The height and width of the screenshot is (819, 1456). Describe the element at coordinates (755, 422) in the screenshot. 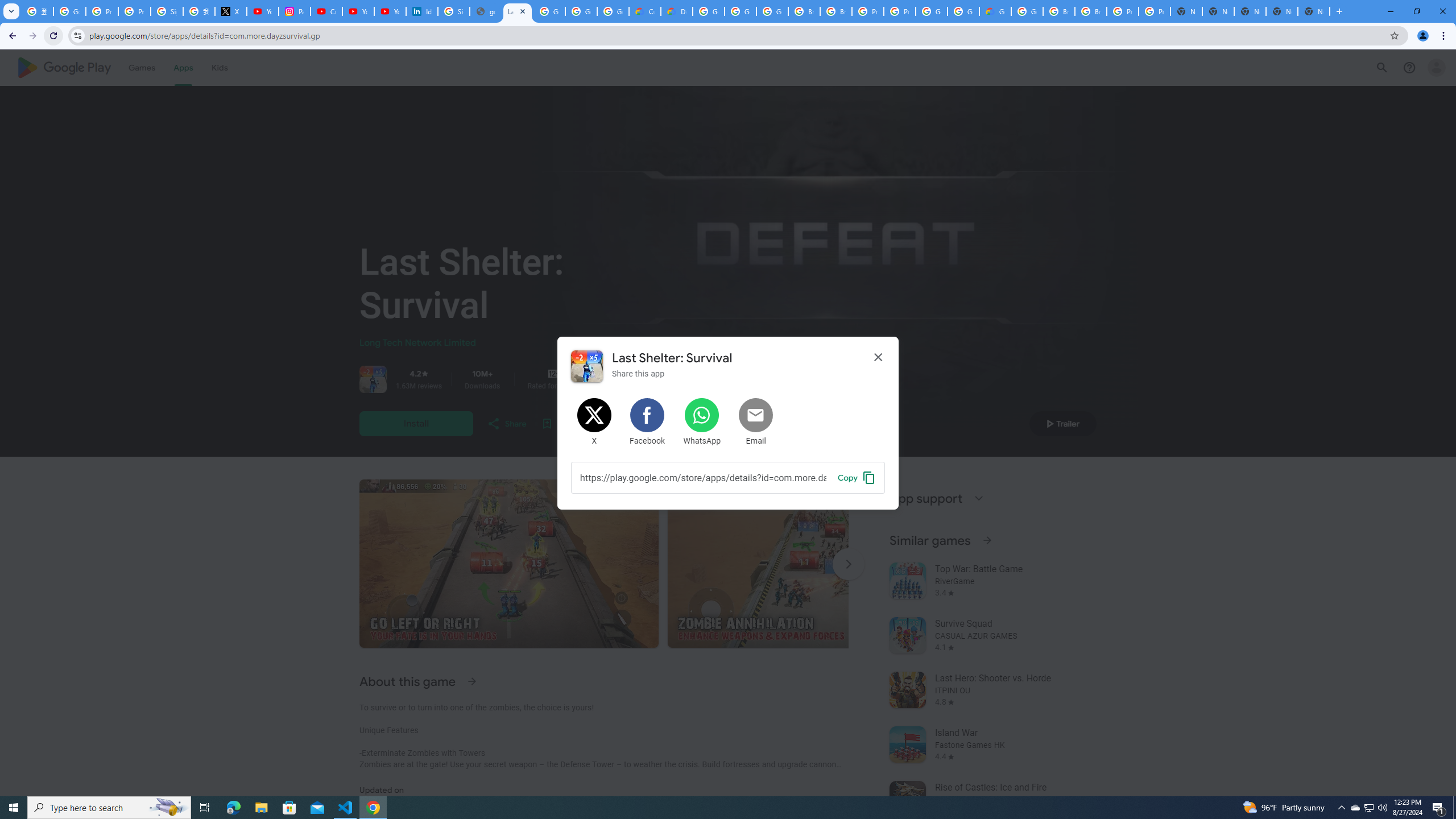

I see `'Share by Email'` at that location.